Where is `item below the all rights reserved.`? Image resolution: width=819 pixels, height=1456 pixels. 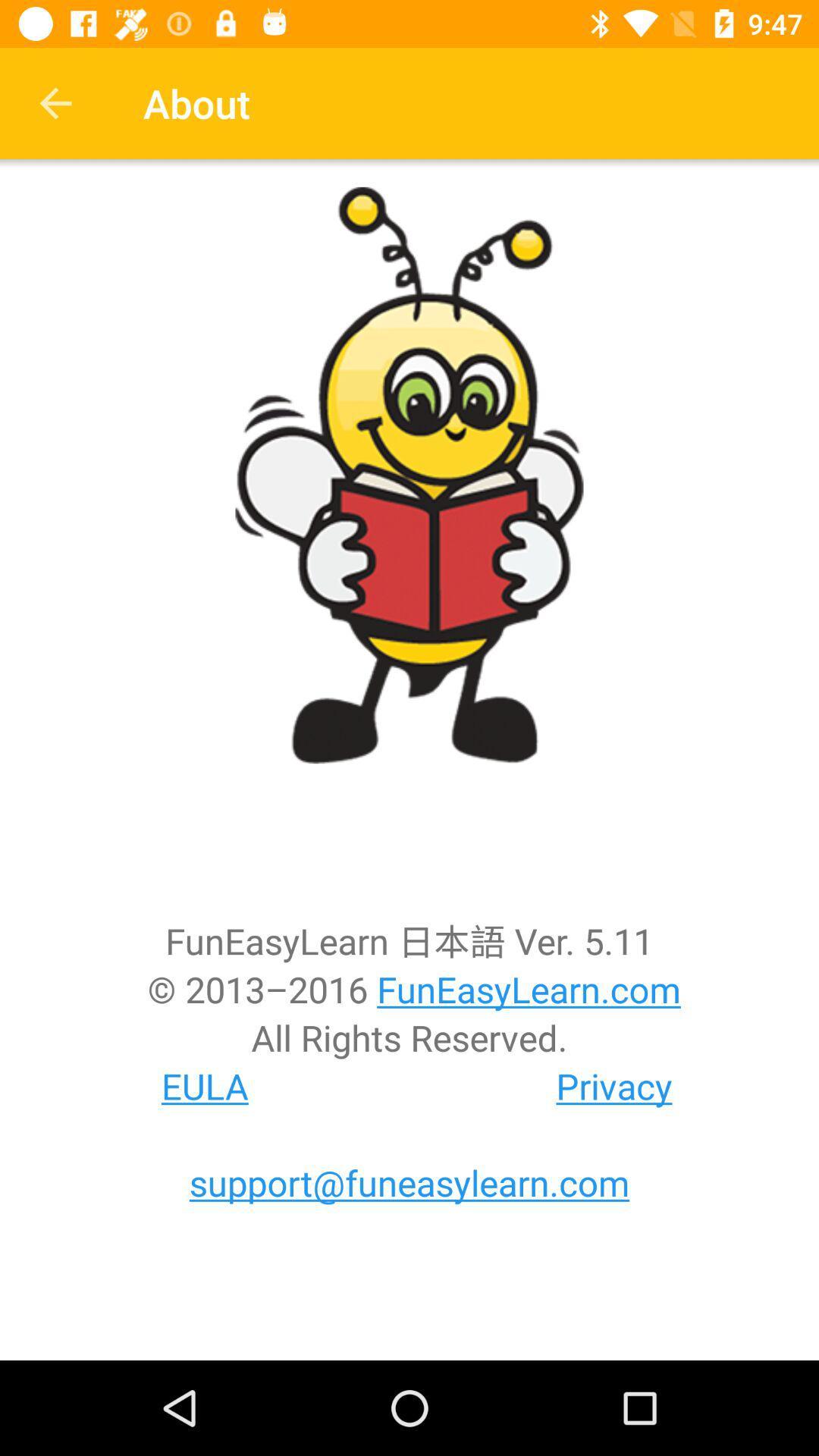
item below the all rights reserved. is located at coordinates (205, 1085).